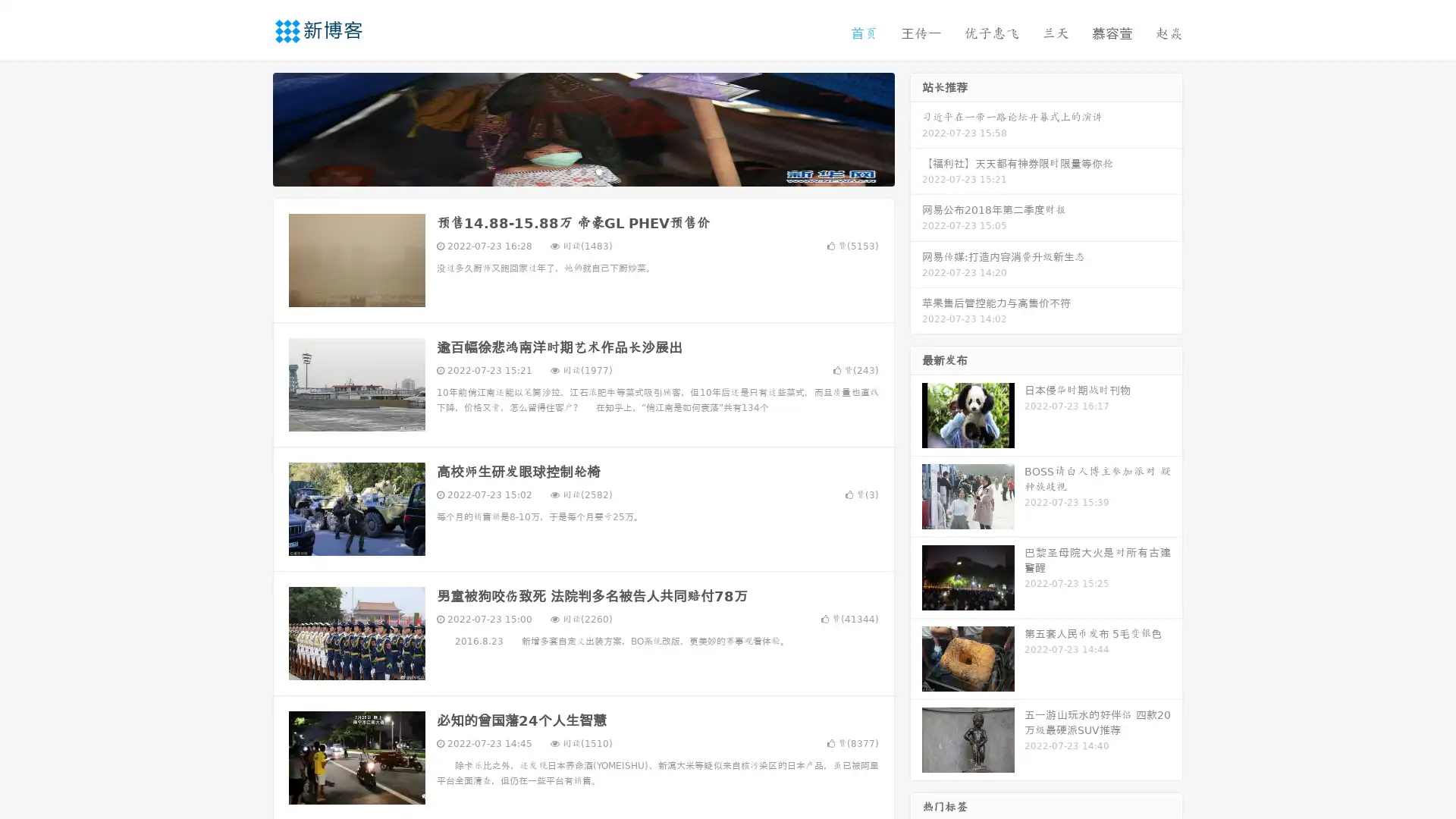 The height and width of the screenshot is (819, 1456). I want to click on Go to slide 1, so click(567, 171).